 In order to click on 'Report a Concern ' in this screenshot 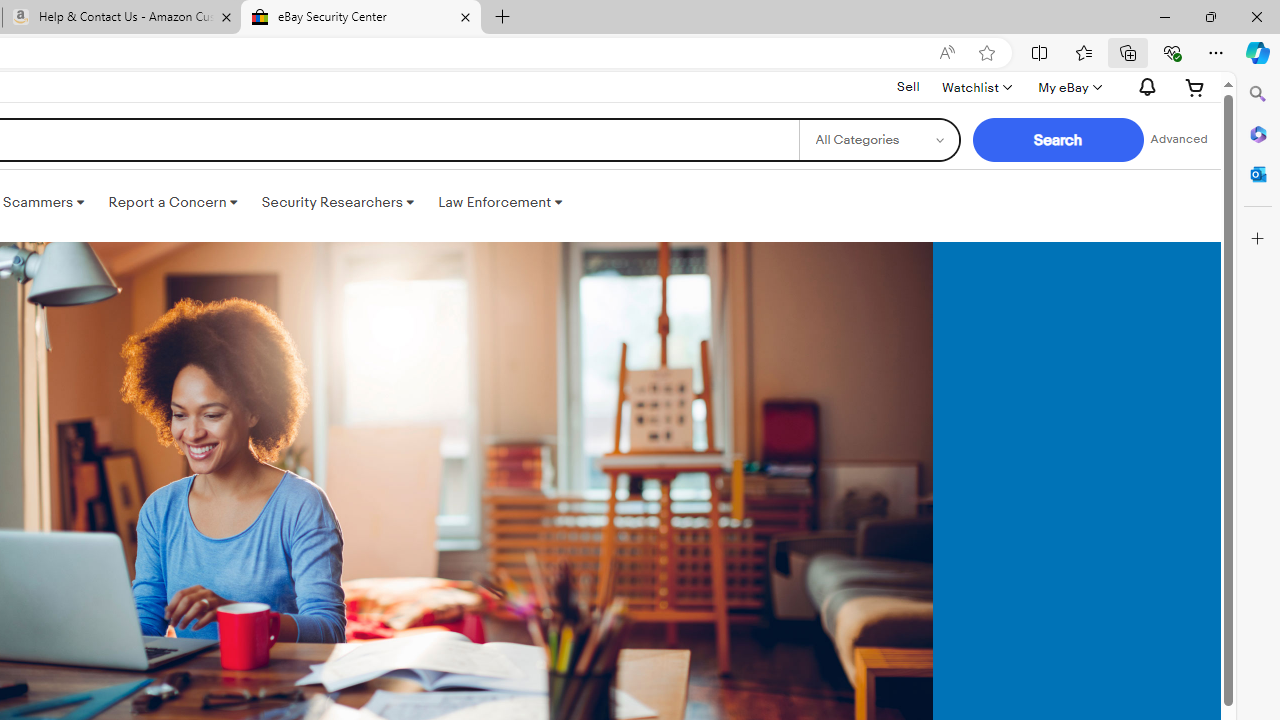, I will do `click(173, 203)`.